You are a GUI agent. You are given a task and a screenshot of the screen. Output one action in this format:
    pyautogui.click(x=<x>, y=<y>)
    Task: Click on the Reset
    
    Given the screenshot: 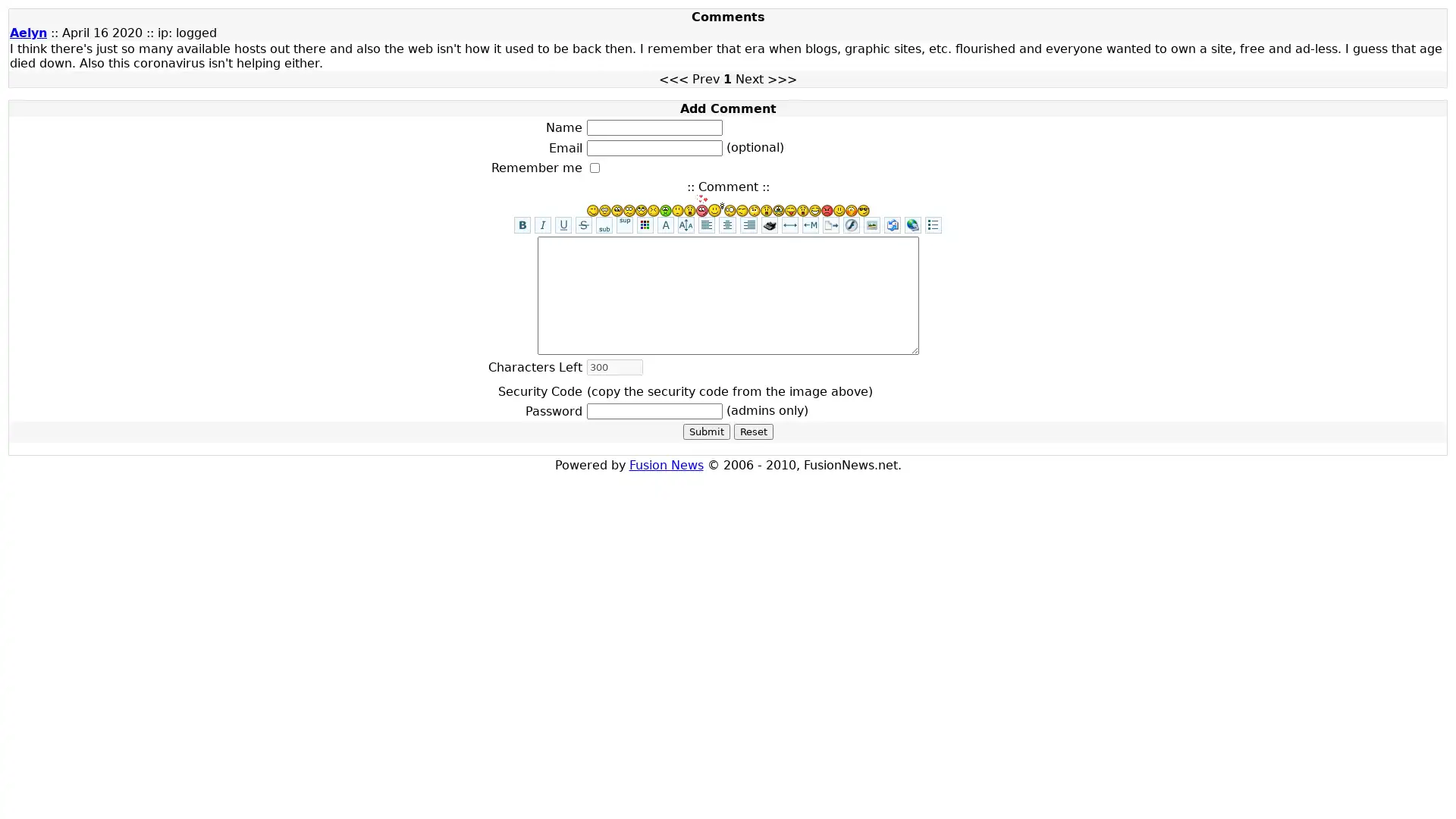 What is the action you would take?
    pyautogui.click(x=753, y=431)
    